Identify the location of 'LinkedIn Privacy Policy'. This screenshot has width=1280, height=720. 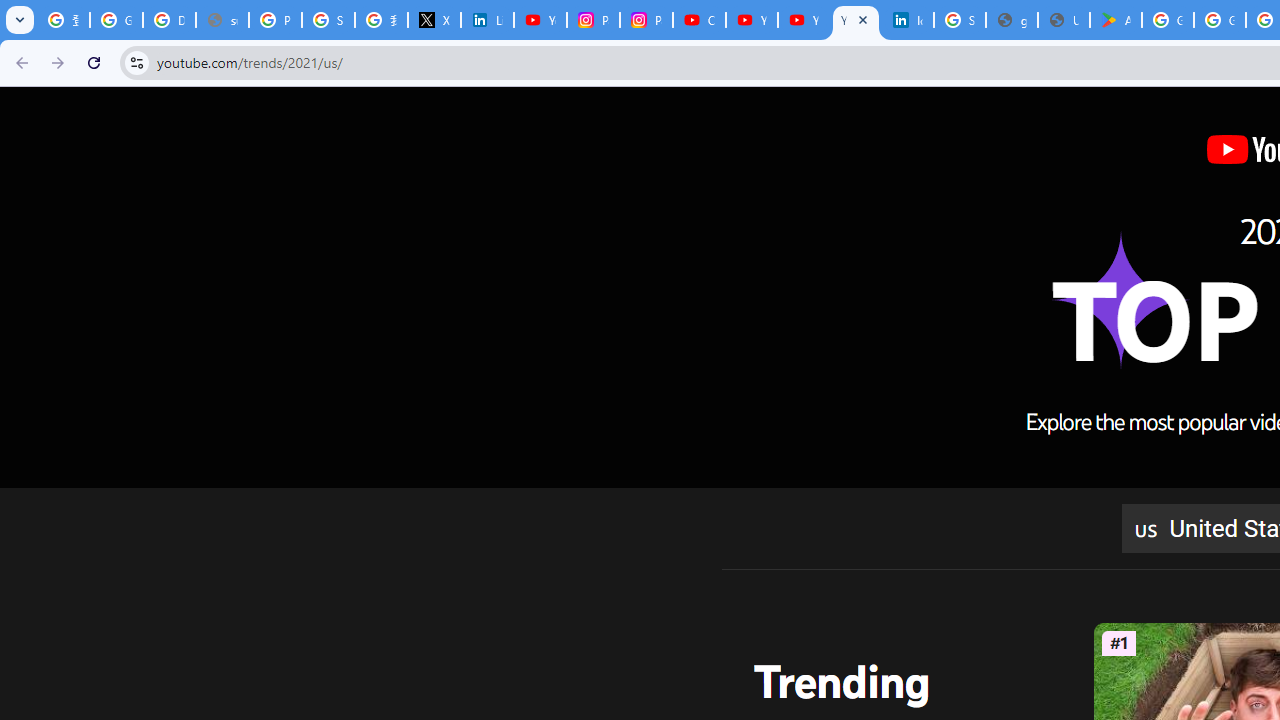
(487, 20).